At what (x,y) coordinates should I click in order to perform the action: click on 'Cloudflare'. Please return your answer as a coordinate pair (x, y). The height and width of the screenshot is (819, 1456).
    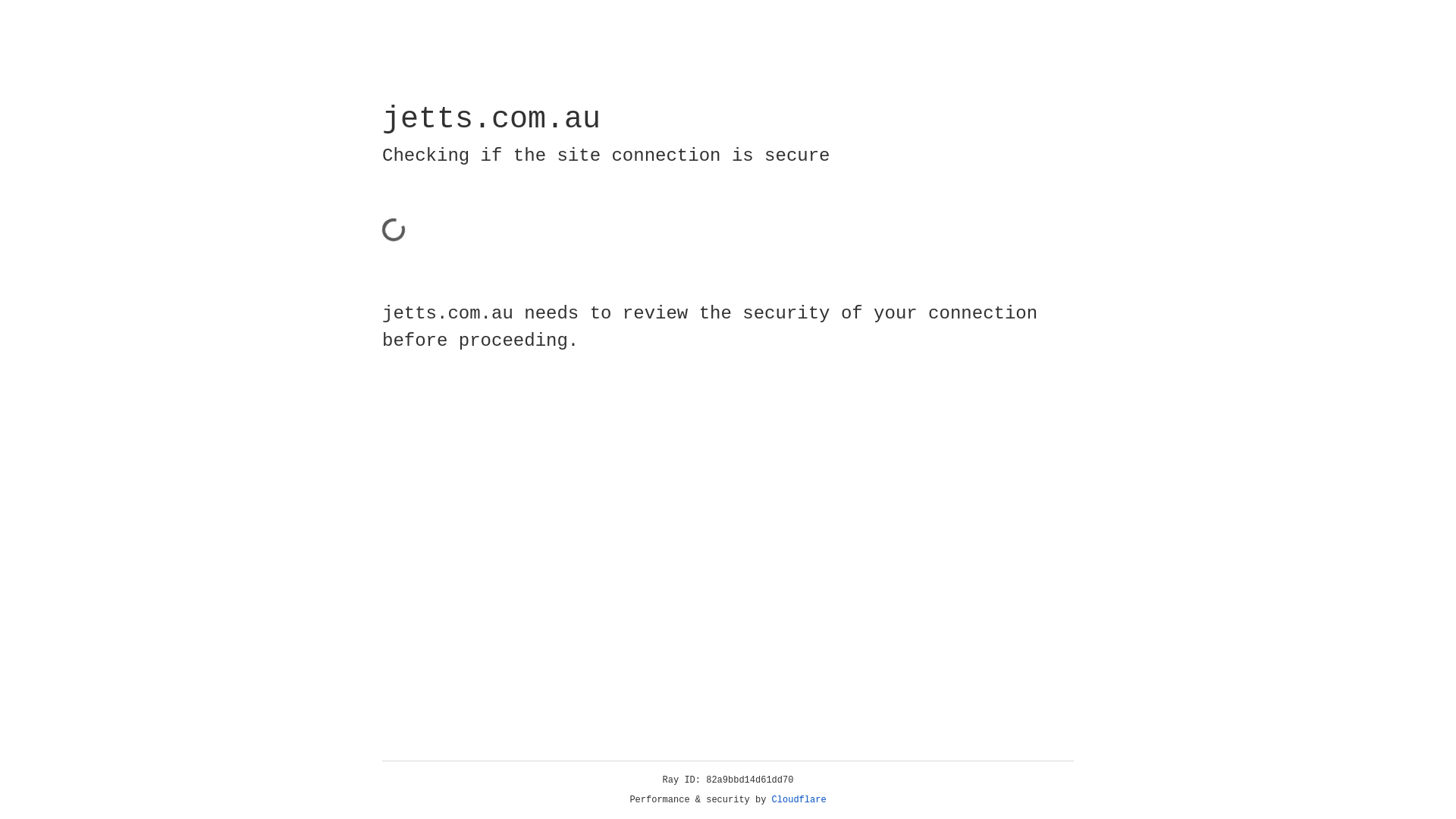
    Looking at the image, I should click on (799, 799).